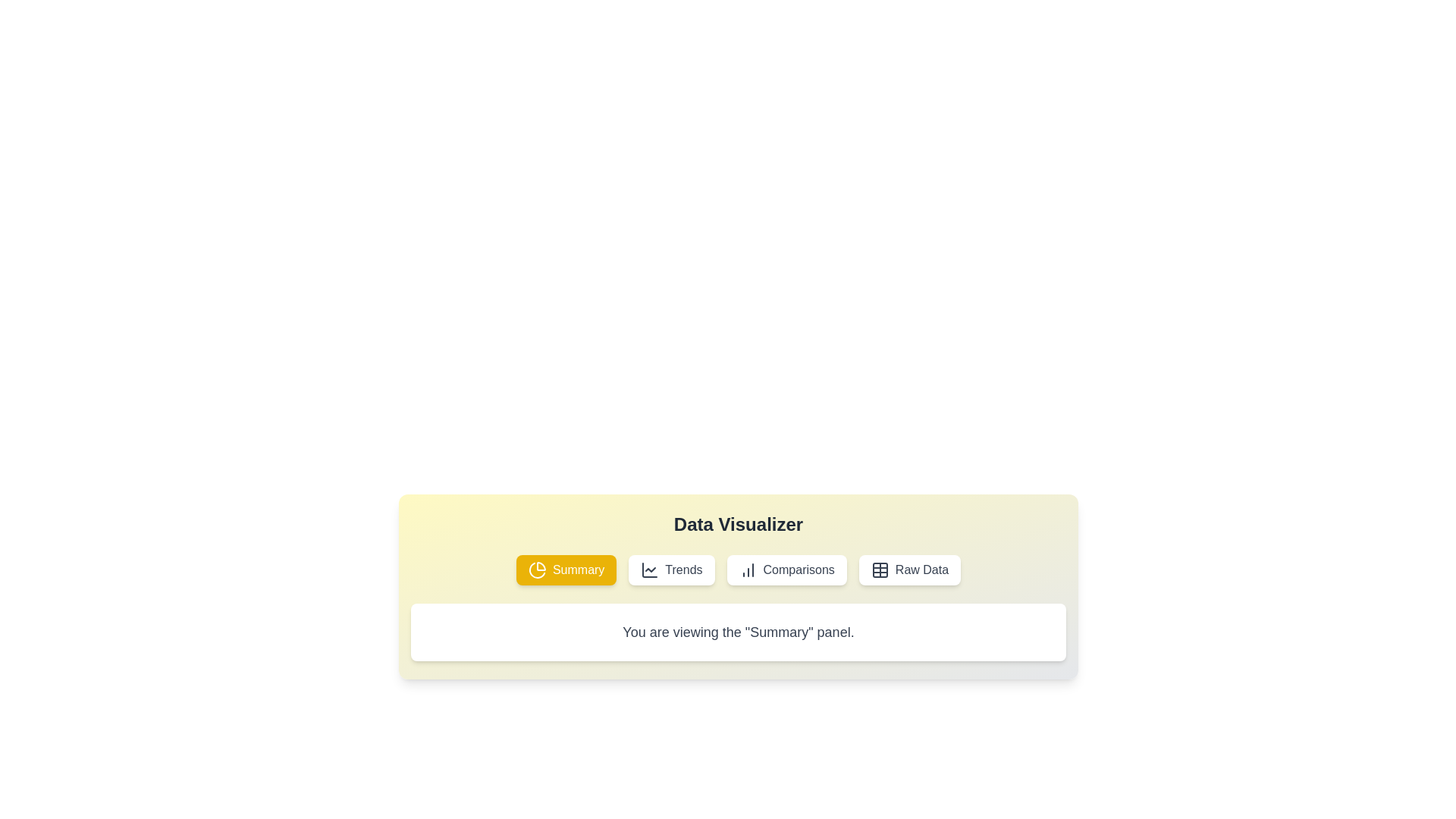  I want to click on the 'Comparisons' button icon located on the right side of the horizontal navigation area, so click(748, 570).